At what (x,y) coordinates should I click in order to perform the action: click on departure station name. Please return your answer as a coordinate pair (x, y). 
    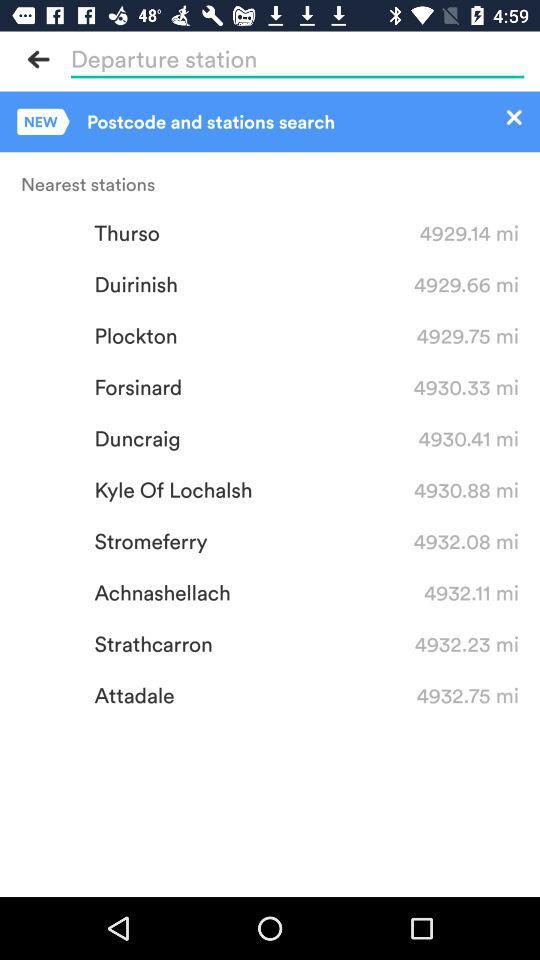
    Looking at the image, I should click on (296, 58).